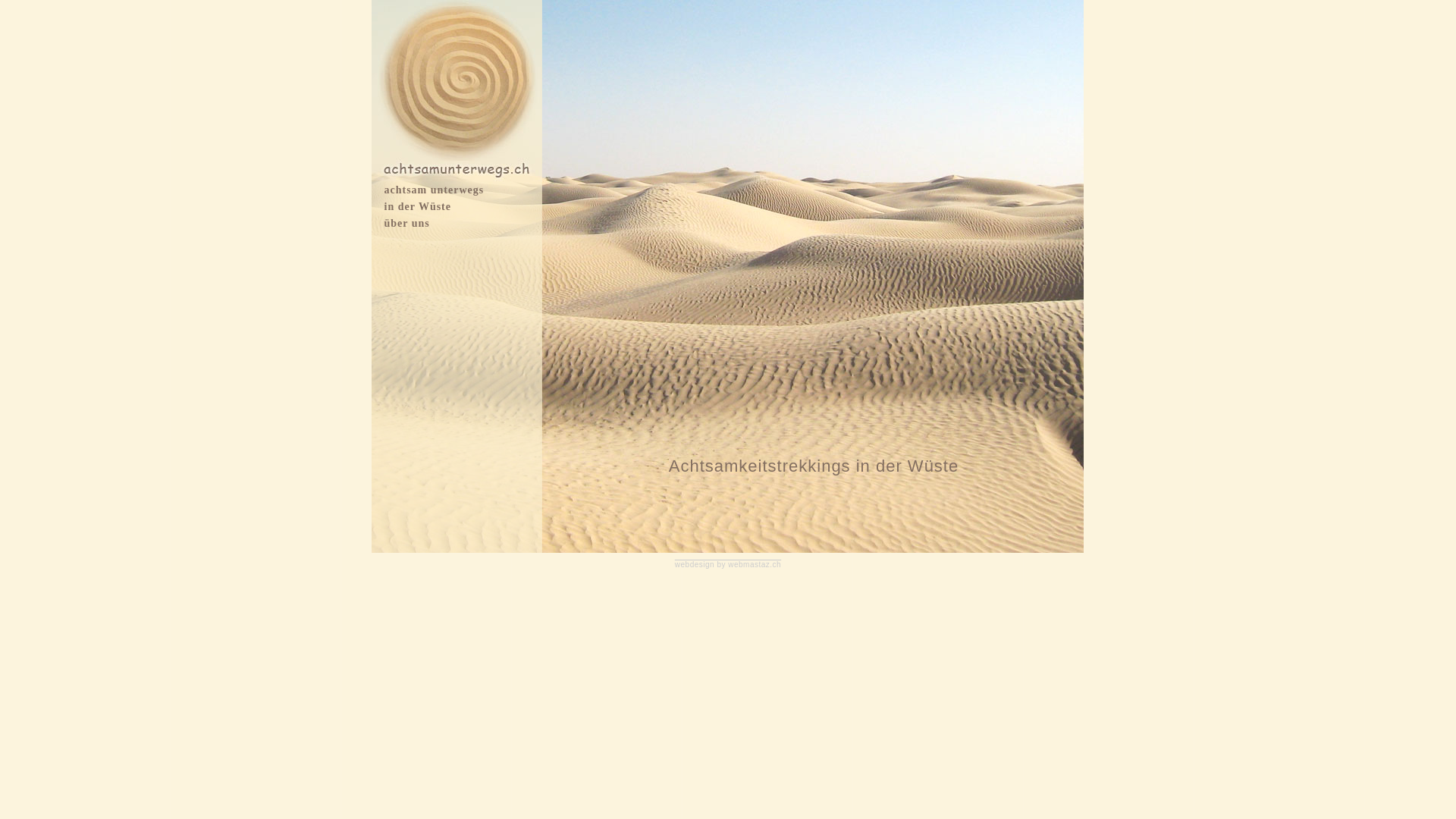 This screenshot has height=819, width=1456. Describe the element at coordinates (728, 564) in the screenshot. I see `'webdesign by webmastaz.ch'` at that location.